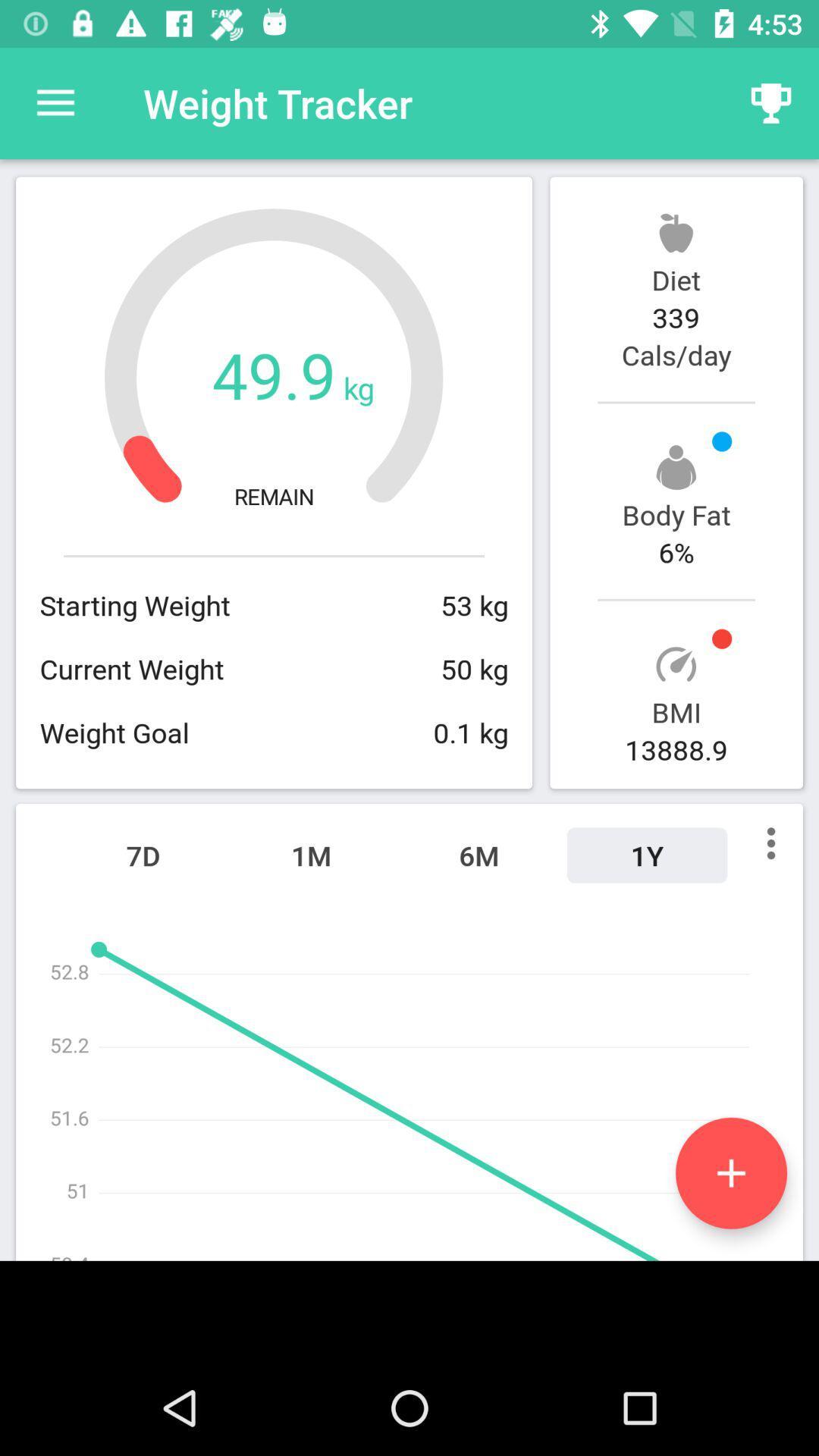  I want to click on option, so click(730, 1172).